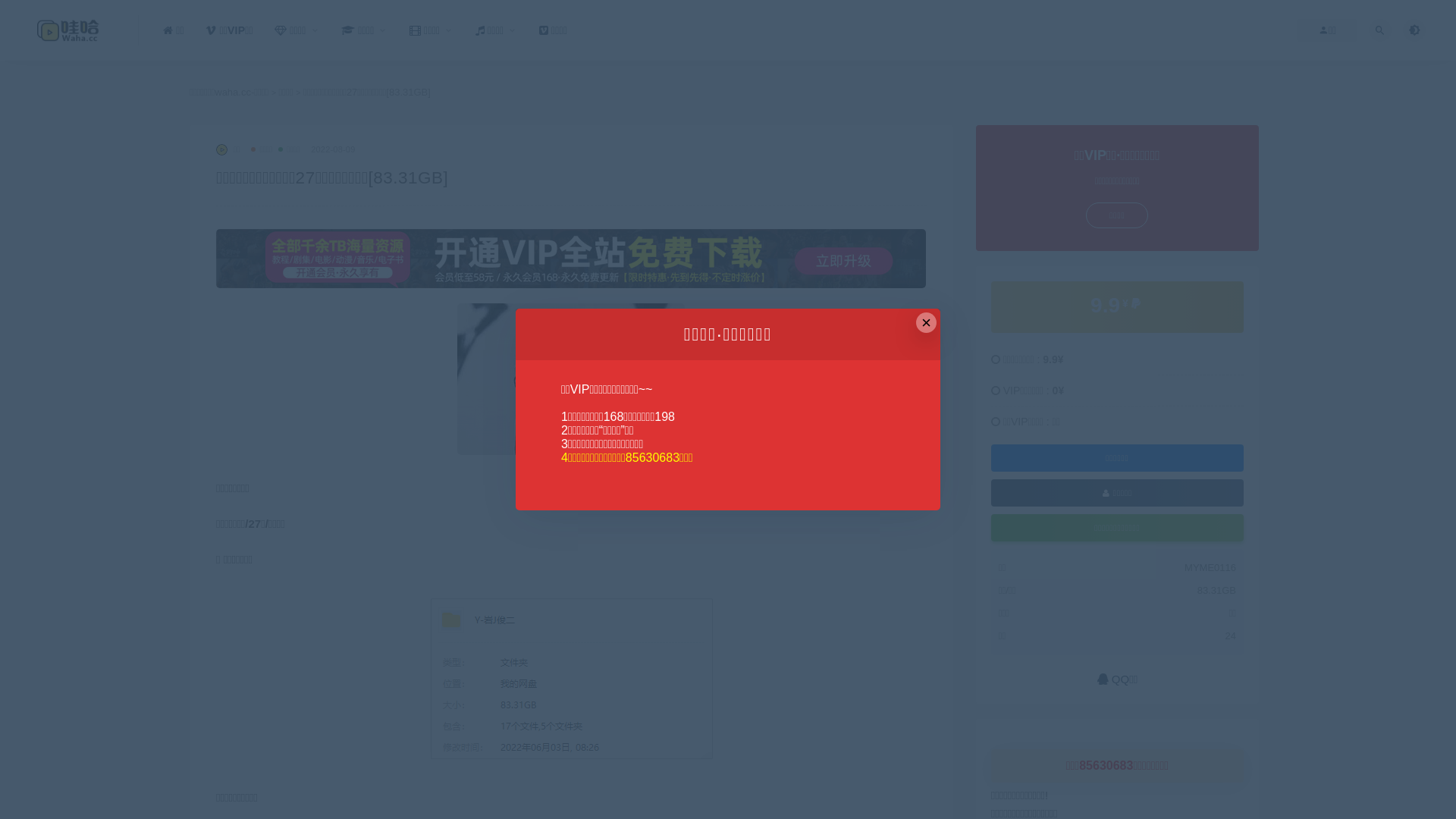 Image resolution: width=1456 pixels, height=819 pixels. I want to click on '2022-08-09', so click(309, 149).